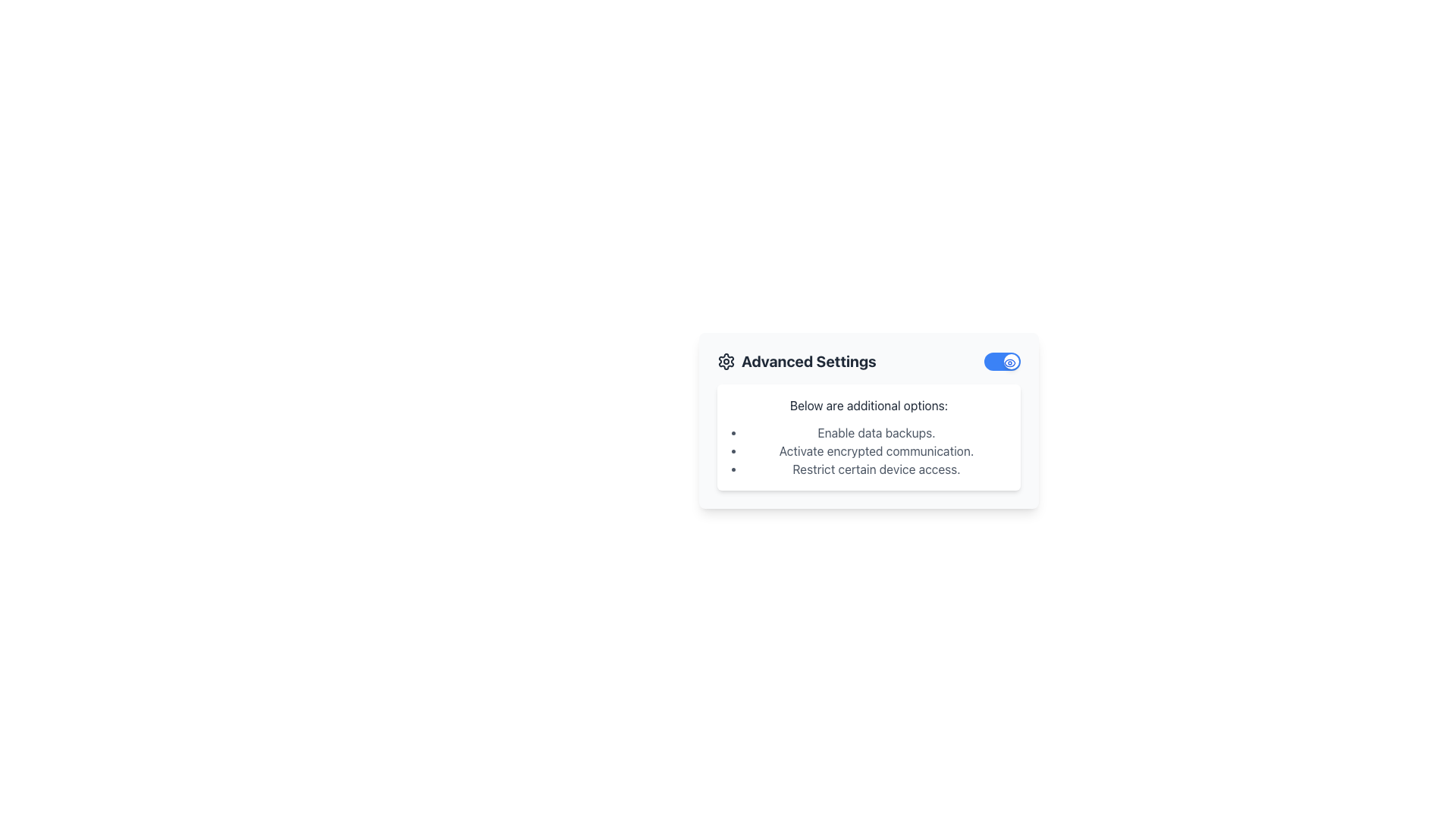 The image size is (1456, 819). I want to click on the eye-related icon located at the top-right side of the 'Advanced Settings' toggle switch component, so click(1009, 362).